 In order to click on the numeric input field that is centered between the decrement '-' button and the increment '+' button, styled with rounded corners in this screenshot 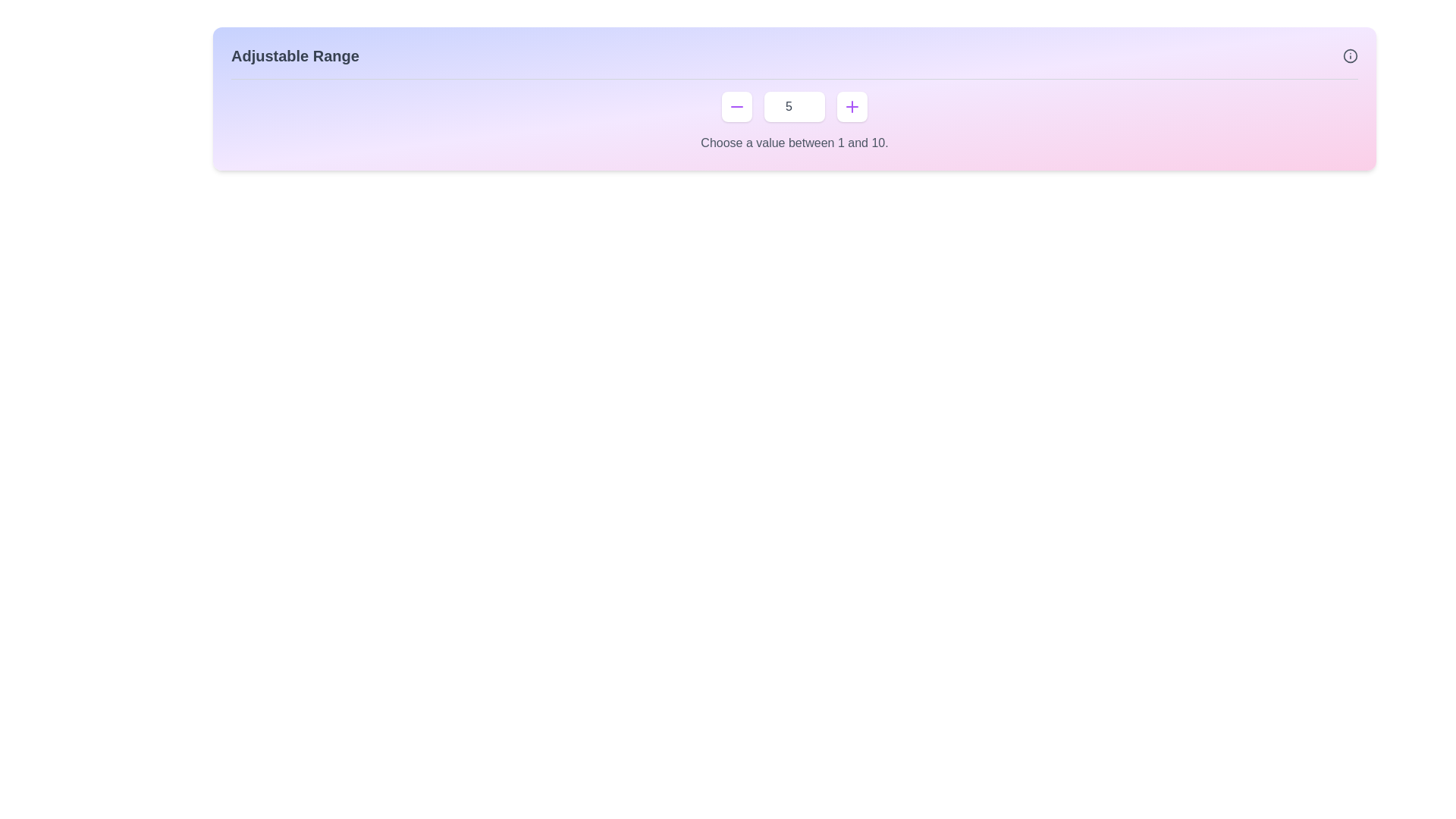, I will do `click(793, 106)`.